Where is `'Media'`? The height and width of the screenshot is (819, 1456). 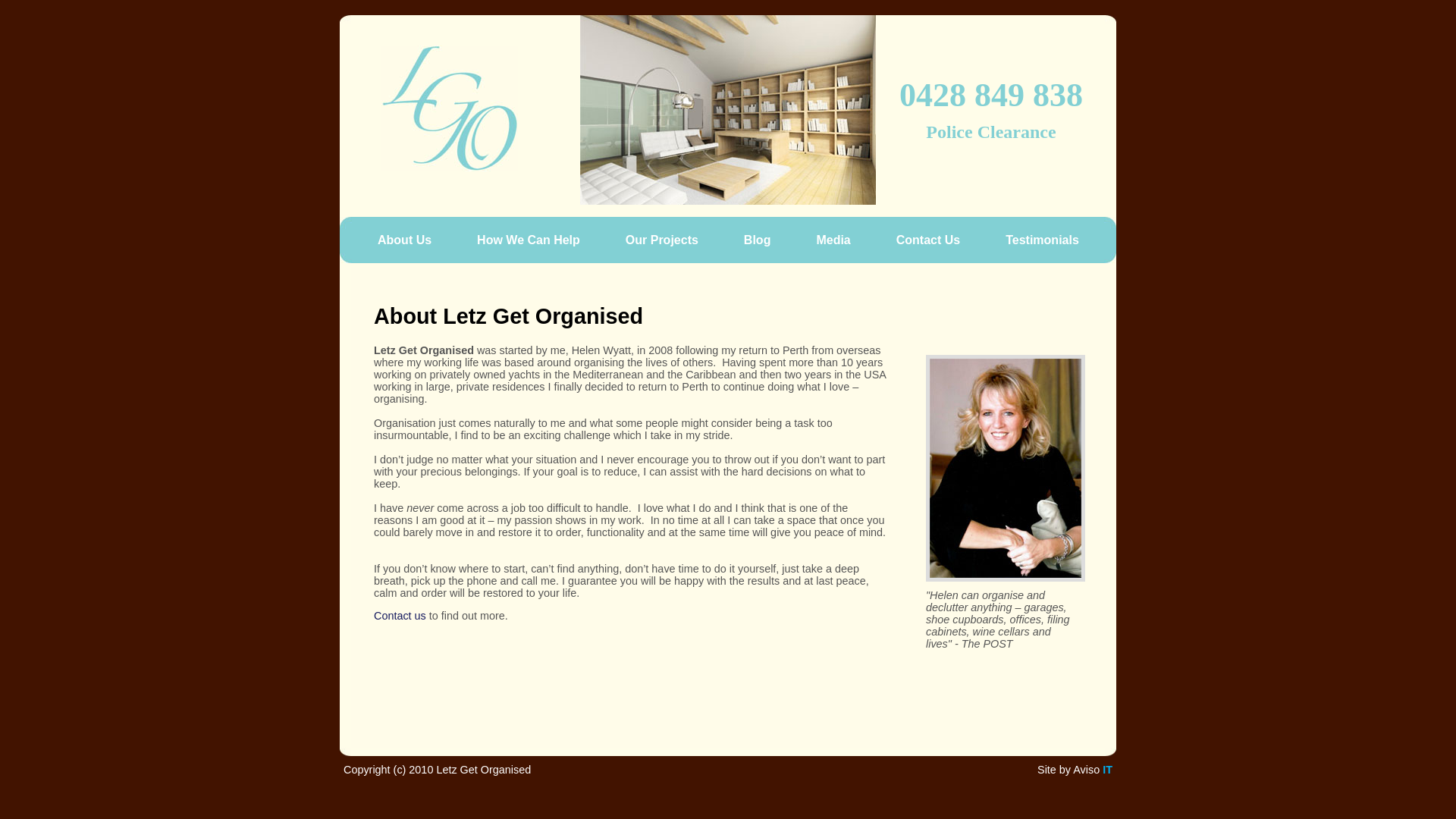 'Media' is located at coordinates (807, 239).